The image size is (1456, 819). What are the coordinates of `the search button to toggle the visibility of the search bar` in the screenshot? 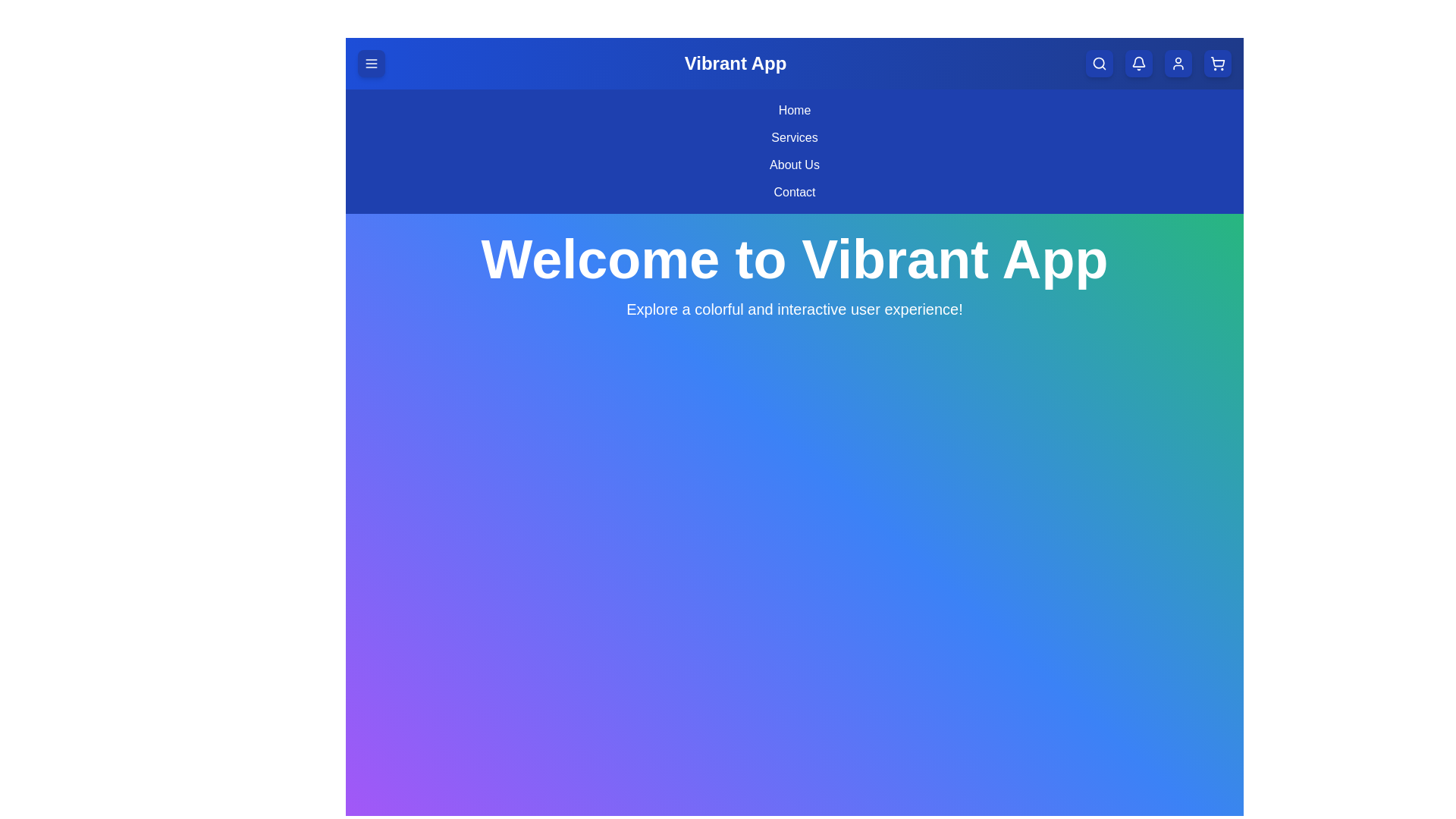 It's located at (1099, 63).